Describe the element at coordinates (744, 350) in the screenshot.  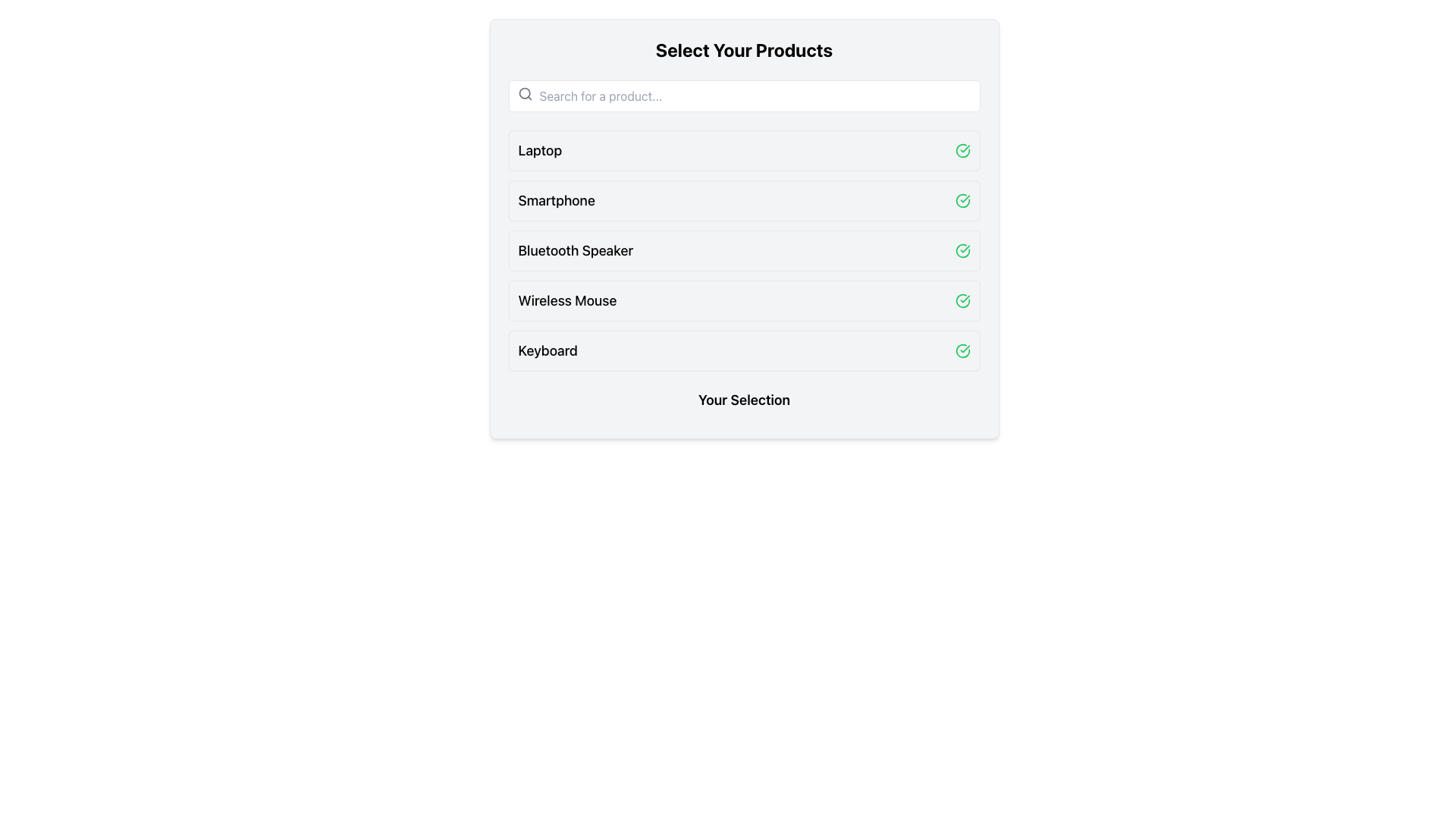
I see `the 'Keyboard' selection button` at that location.